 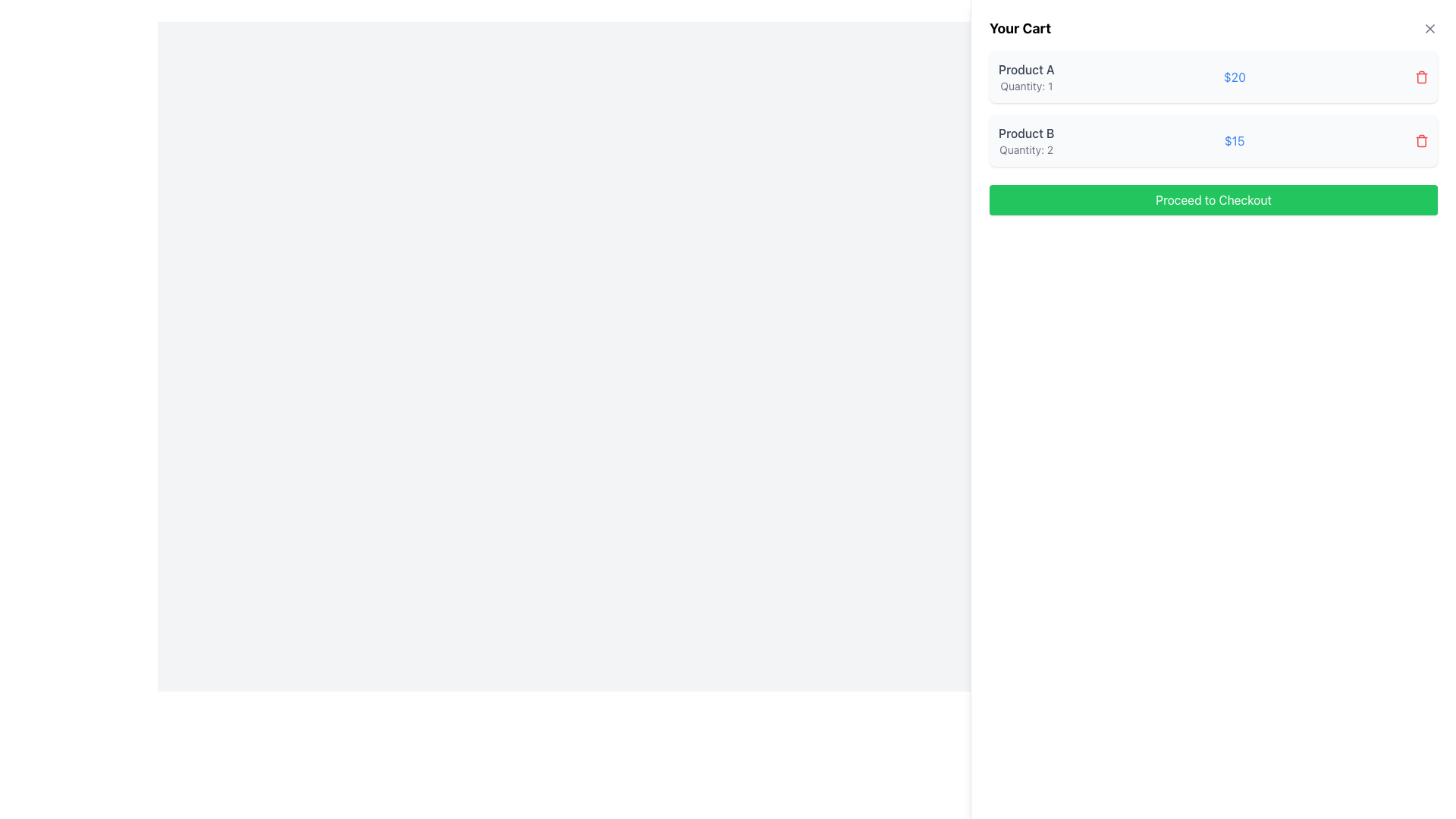 I want to click on the static text label indicating the quantity of 'Product B' in the cart, located under the text 'Product B' in the cart listing section, so click(x=1026, y=149).